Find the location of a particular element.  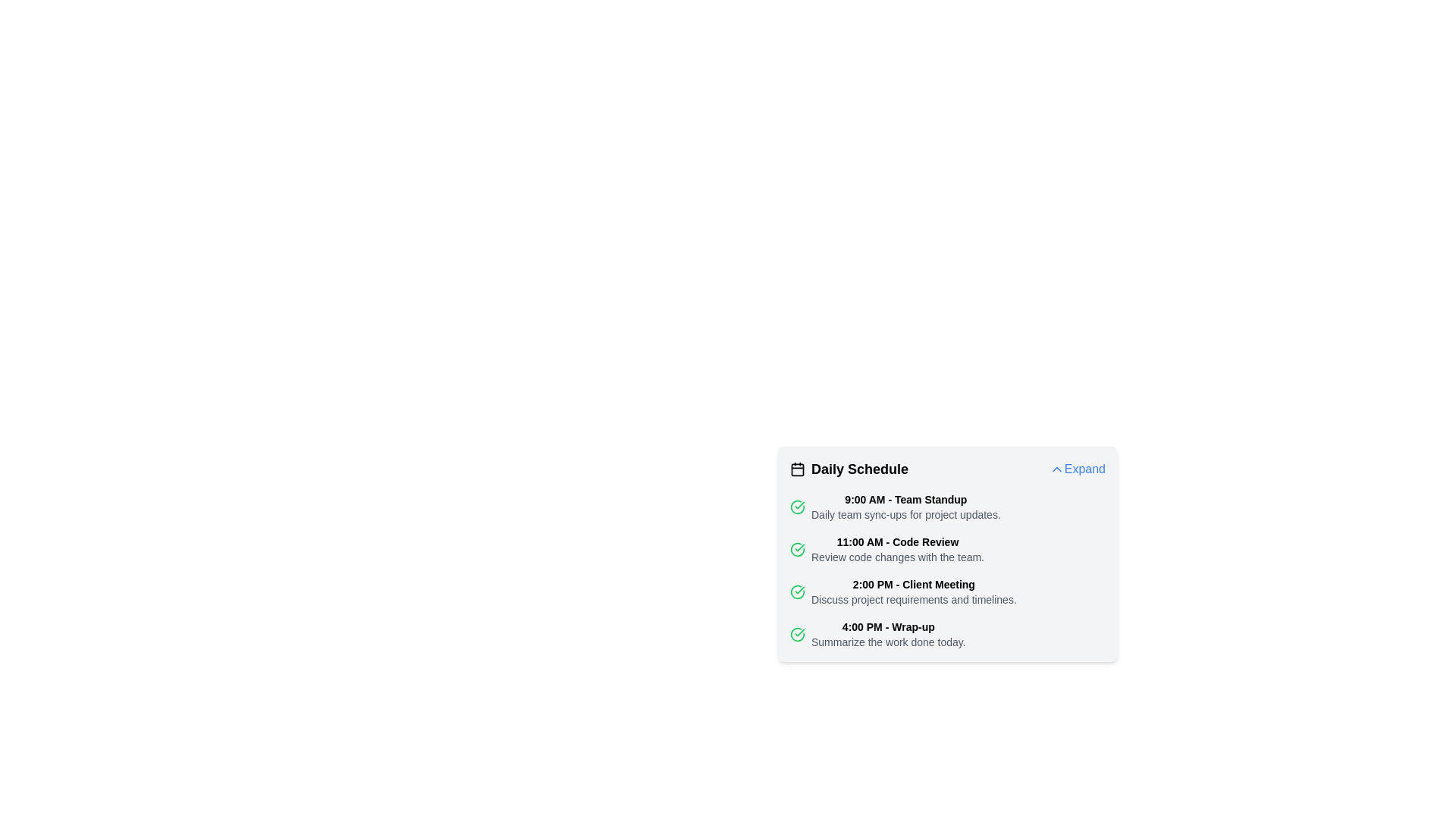

the first list item in the daily schedule displaying the 9:00 AM team standup meeting is located at coordinates (946, 507).